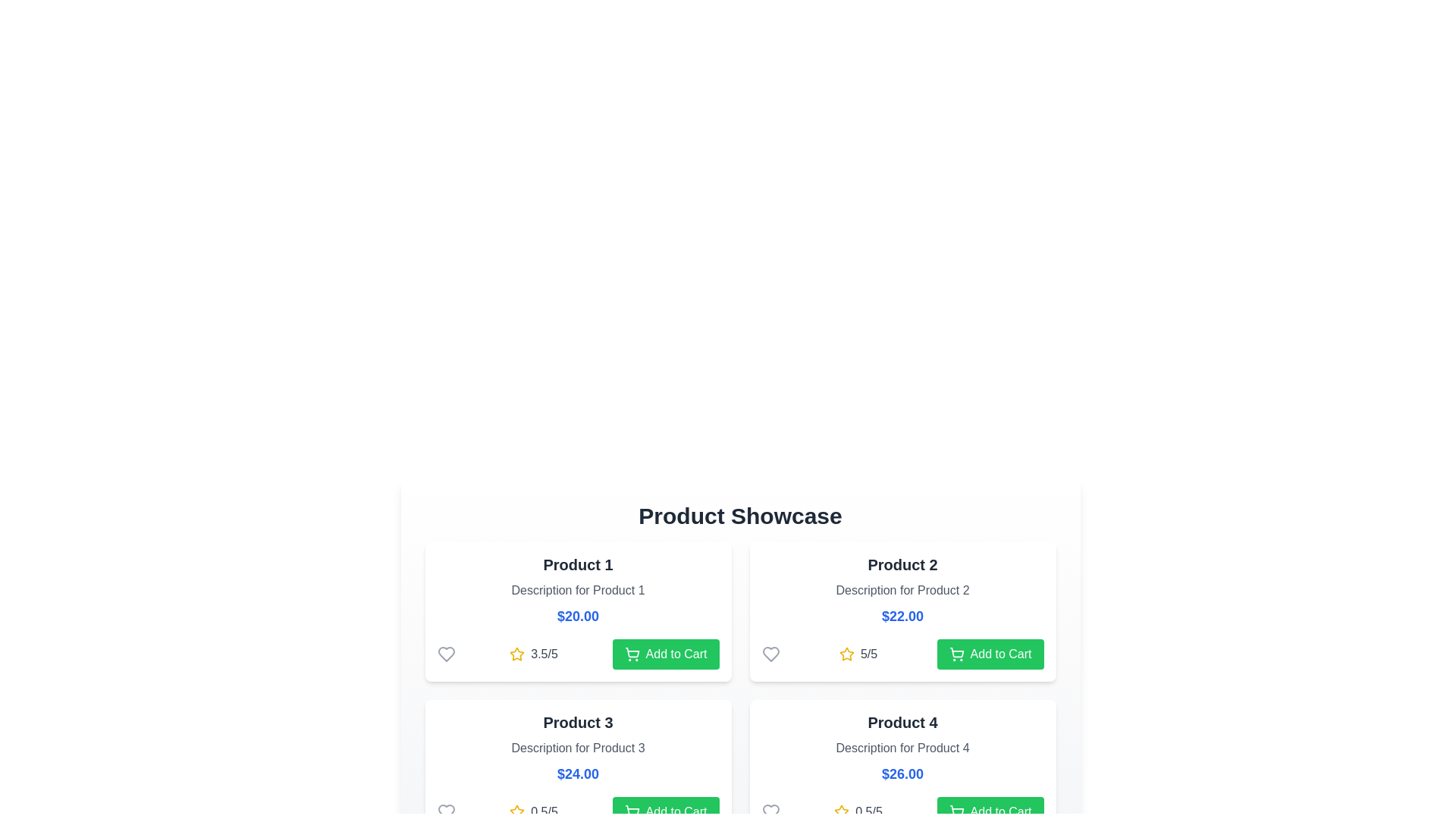 The image size is (1456, 819). I want to click on the numerical rating text of the Rating display for 'Product 1', which indicates a score of 3.5 out of 5, located under the product description and price, to the left of the 'Add to Cart' button, so click(534, 654).